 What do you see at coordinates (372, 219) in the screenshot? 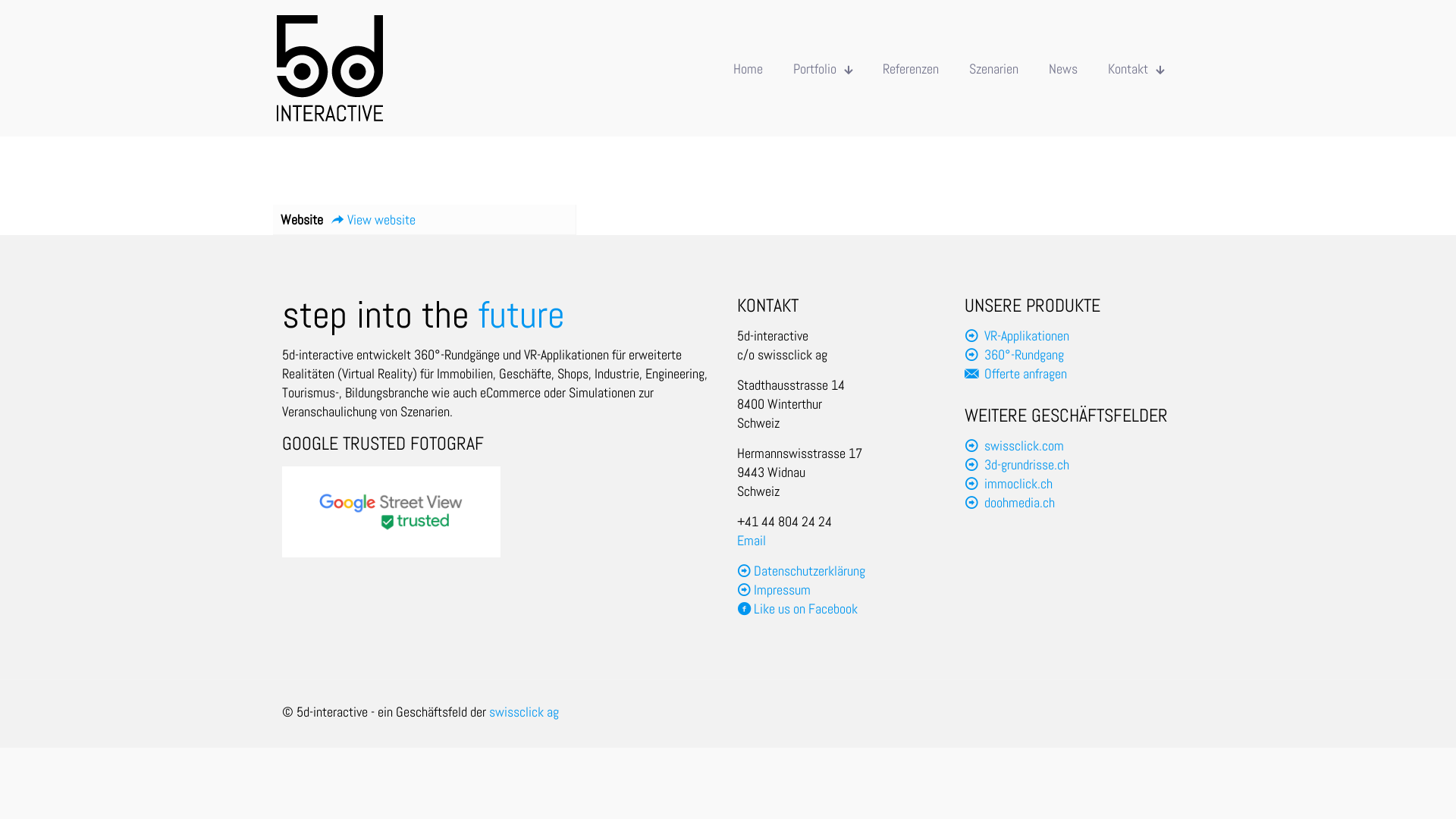
I see `'View website'` at bounding box center [372, 219].